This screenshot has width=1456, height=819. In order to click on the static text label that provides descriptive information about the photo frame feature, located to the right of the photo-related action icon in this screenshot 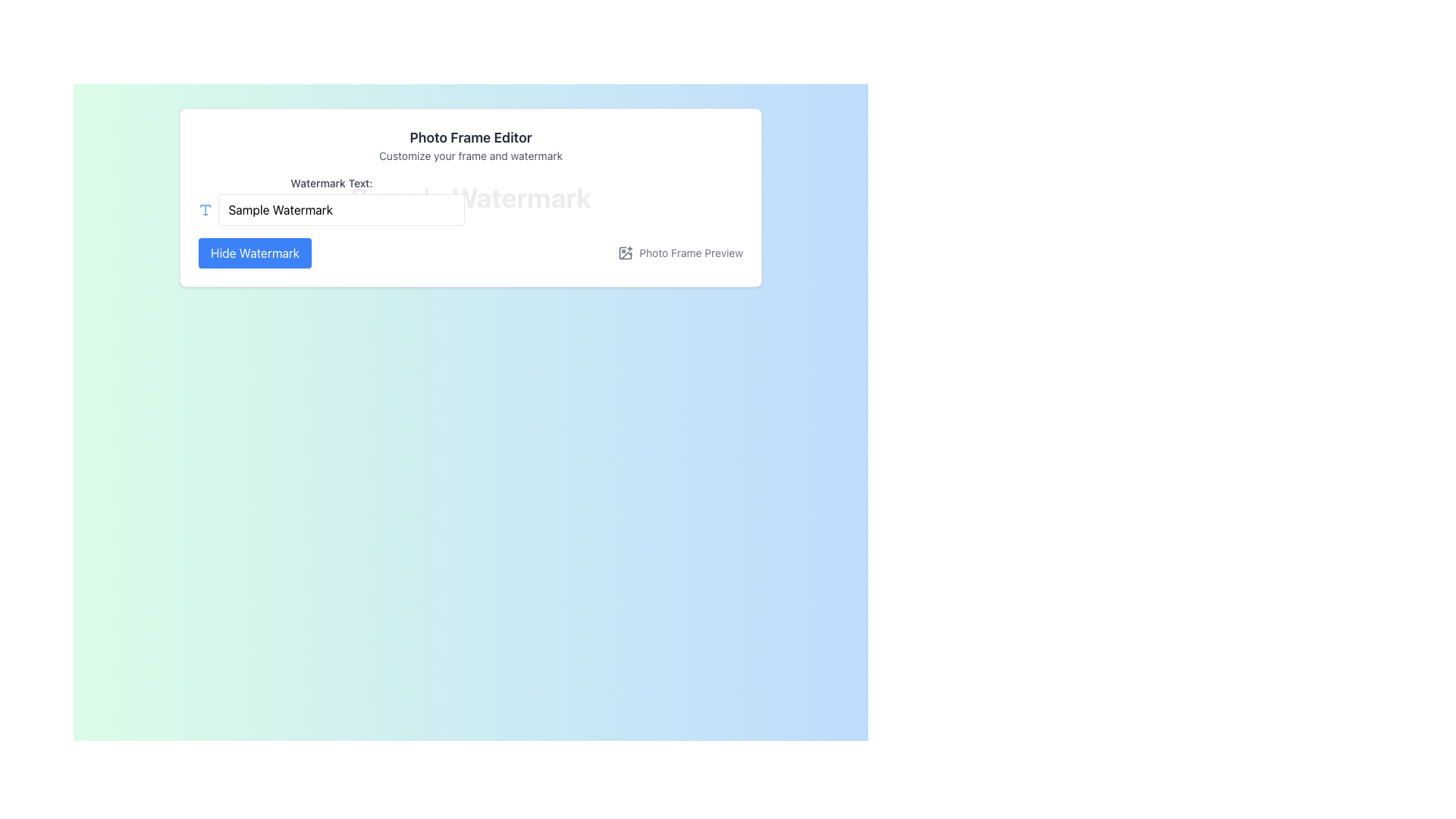, I will do `click(690, 253)`.